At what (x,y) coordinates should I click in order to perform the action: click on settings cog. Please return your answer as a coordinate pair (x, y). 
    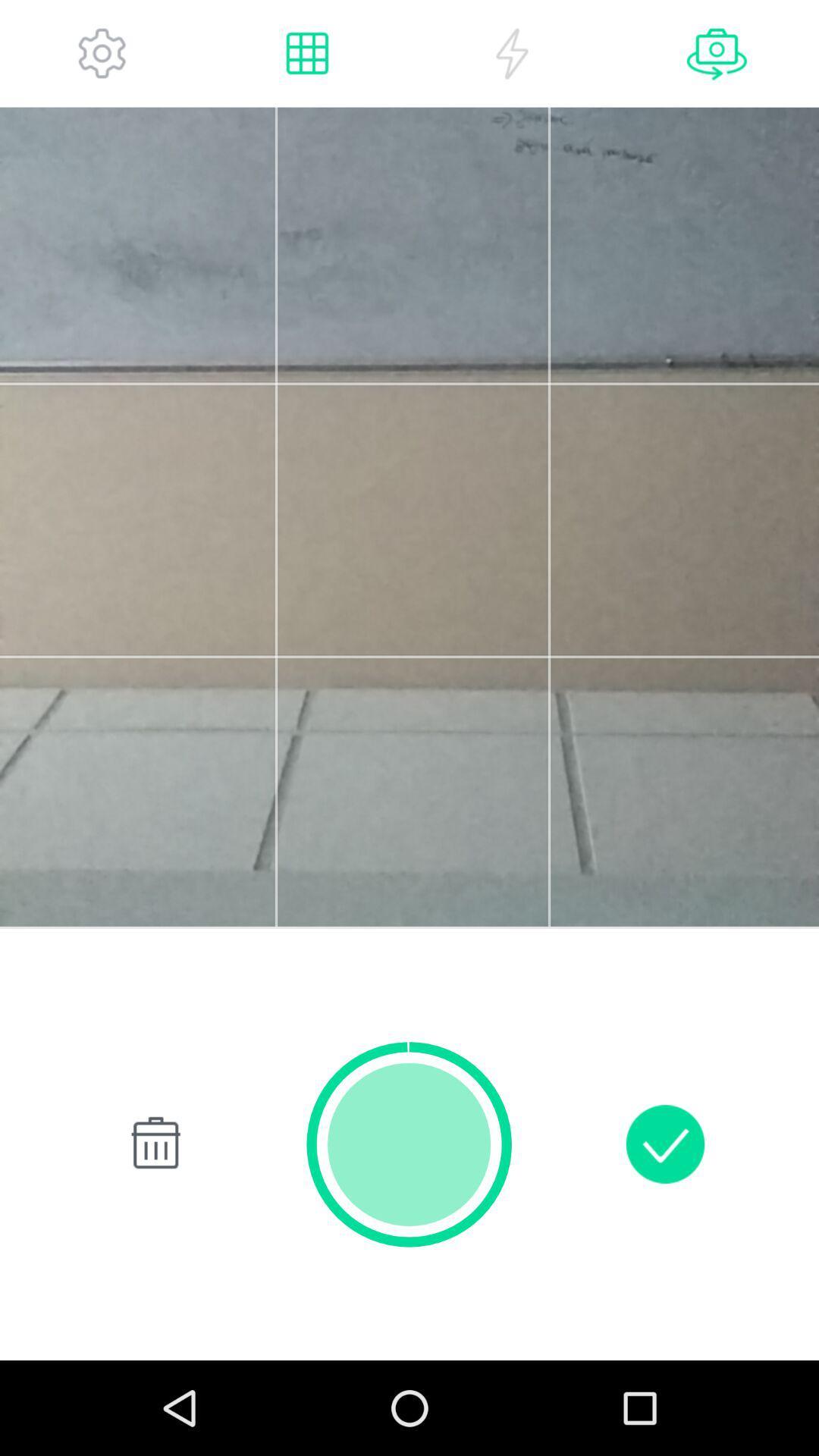
    Looking at the image, I should click on (102, 53).